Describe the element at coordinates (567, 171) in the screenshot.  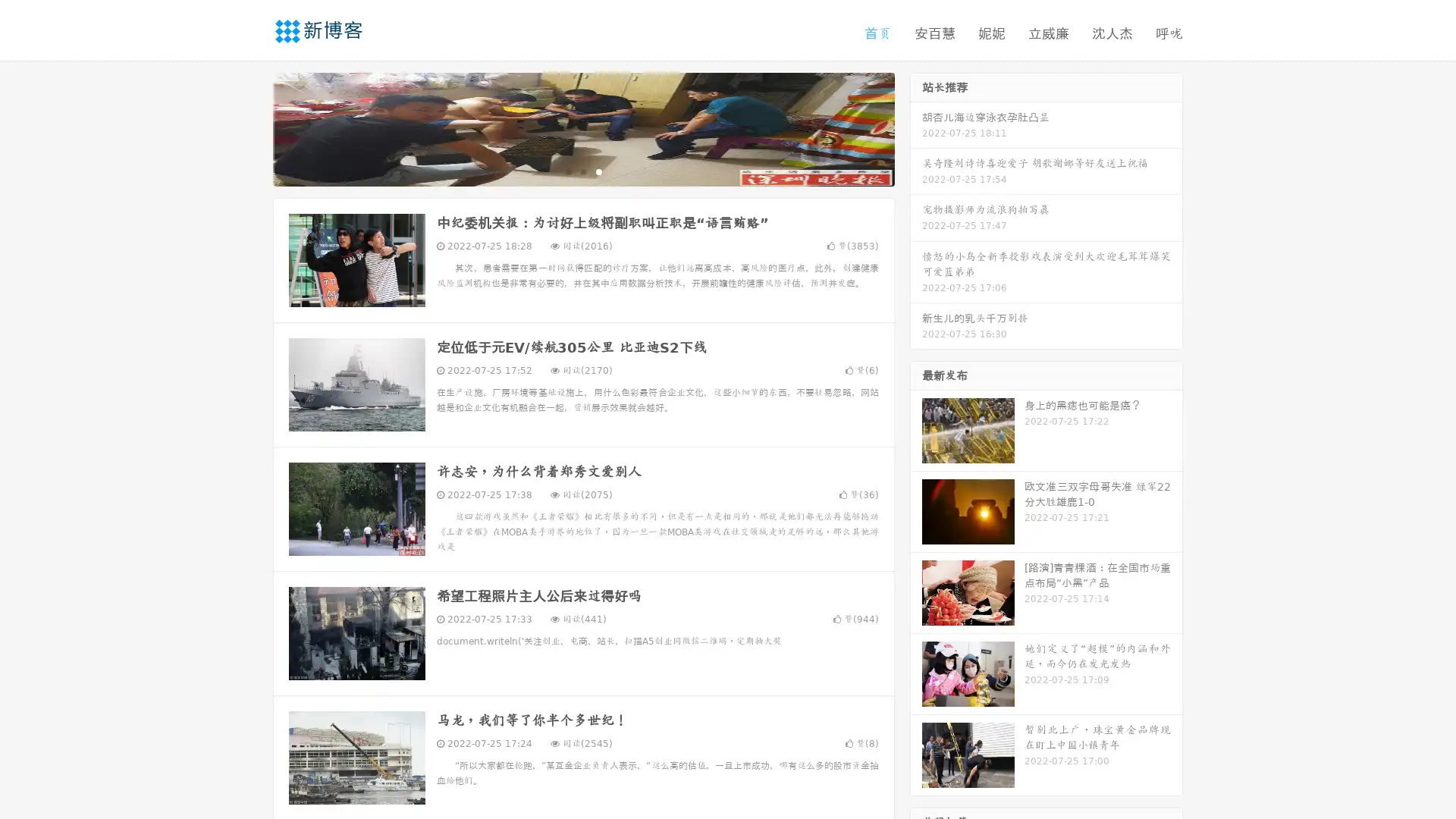
I see `Go to slide 1` at that location.